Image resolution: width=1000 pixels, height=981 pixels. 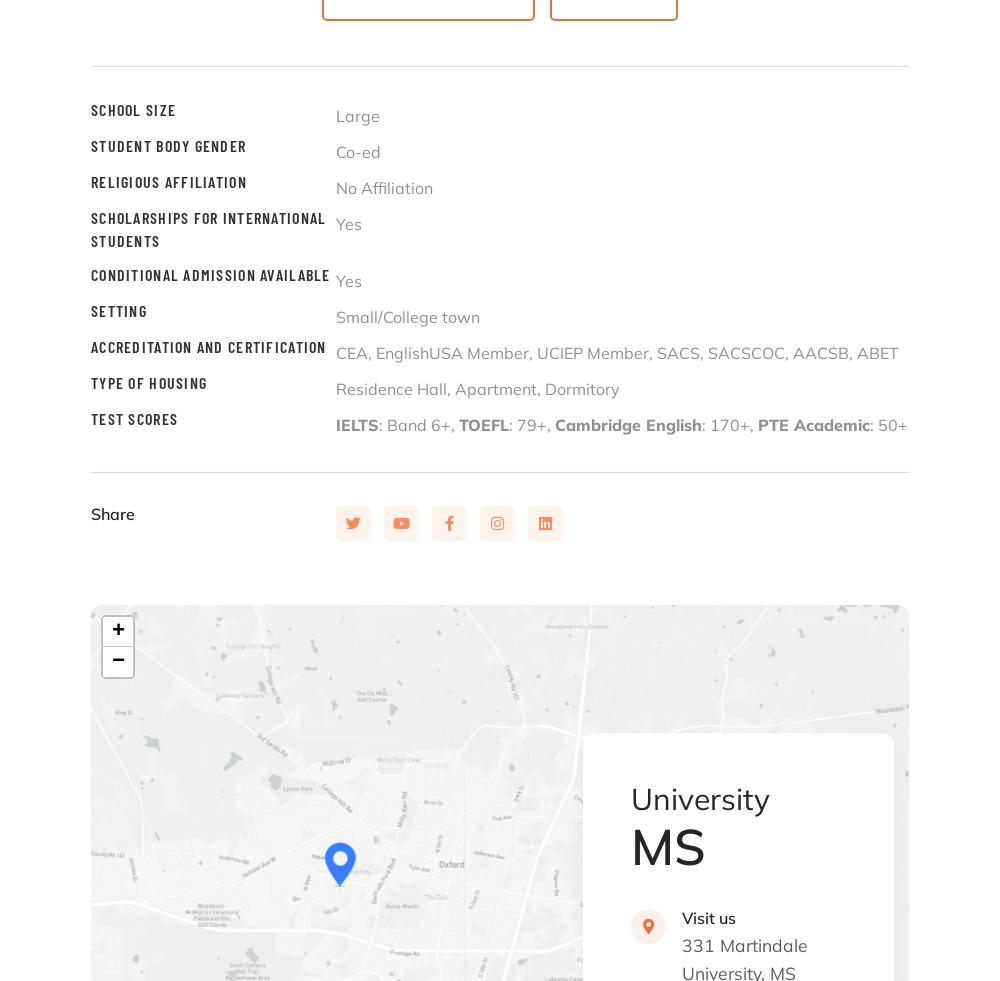 I want to click on 'Accreditation and Certification', so click(x=90, y=345).